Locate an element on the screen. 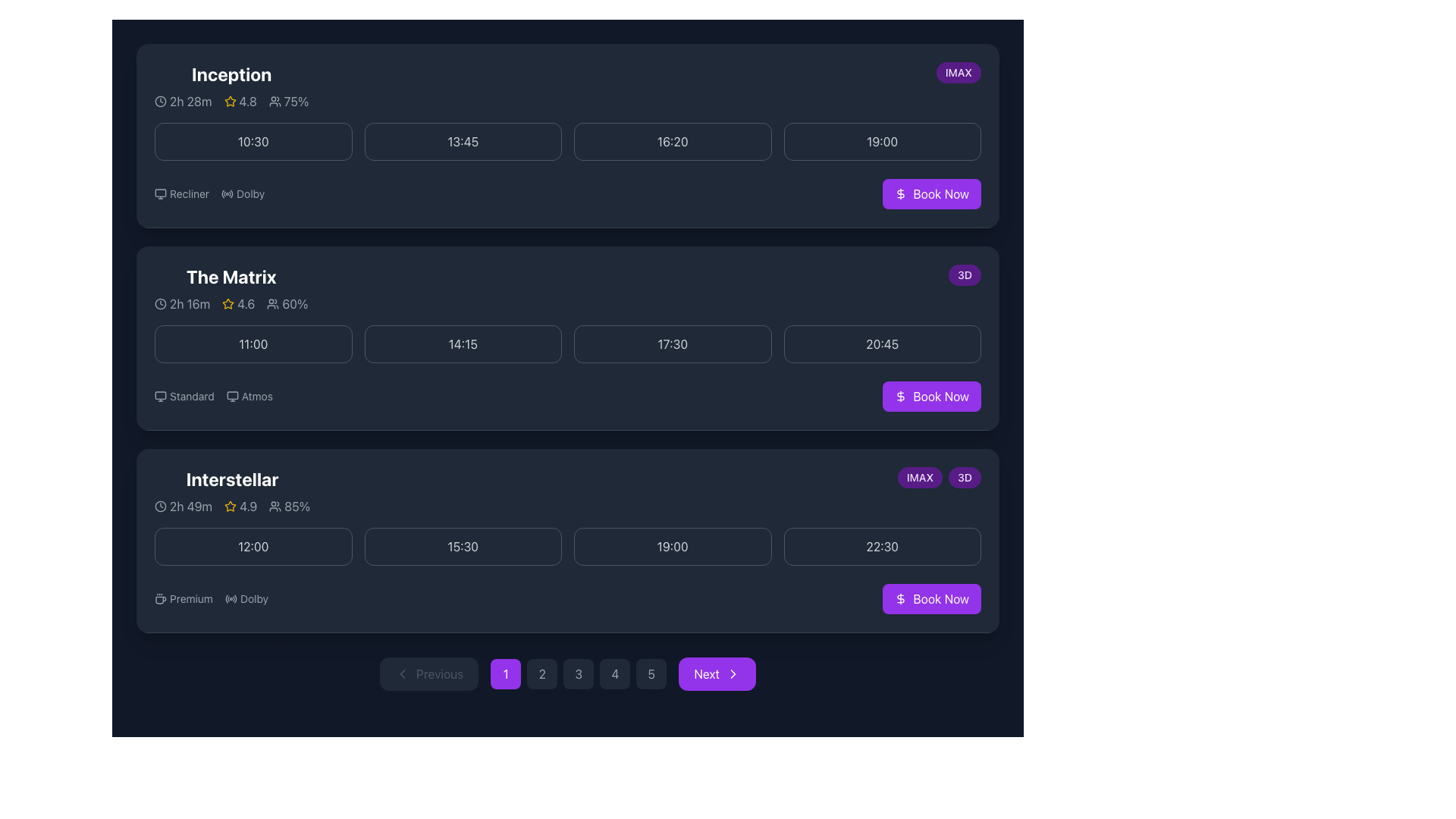  the circular icon resembling a radio broadcast symbol located to the left of the 'Dolby' label in the movie information card is located at coordinates (230, 598).